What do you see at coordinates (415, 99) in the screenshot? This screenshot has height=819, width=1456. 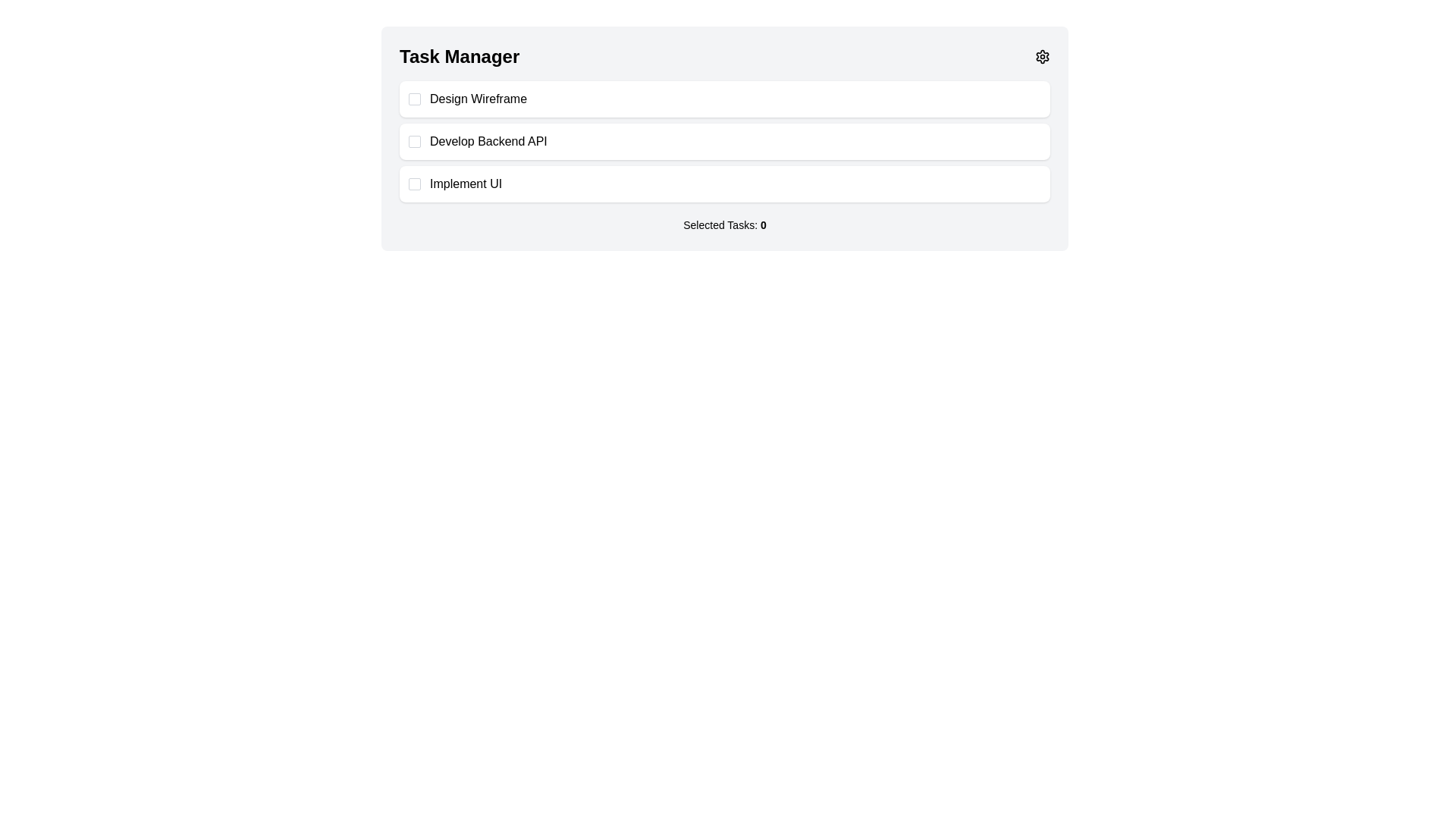 I see `the first checkbox for the task 'Design Wireframe' in the task manager interface` at bounding box center [415, 99].